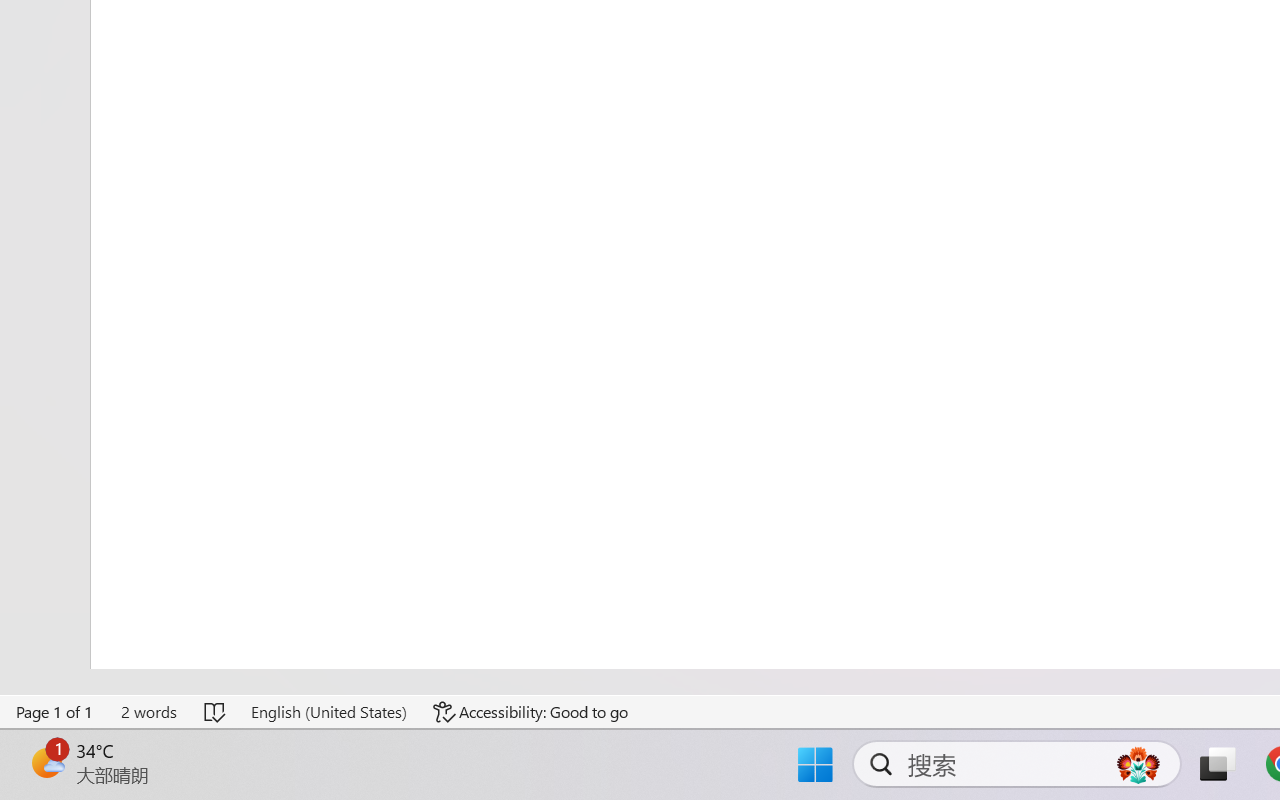 The width and height of the screenshot is (1280, 800). Describe the element at coordinates (531, 711) in the screenshot. I see `'Accessibility Checker Accessibility: Good to go'` at that location.